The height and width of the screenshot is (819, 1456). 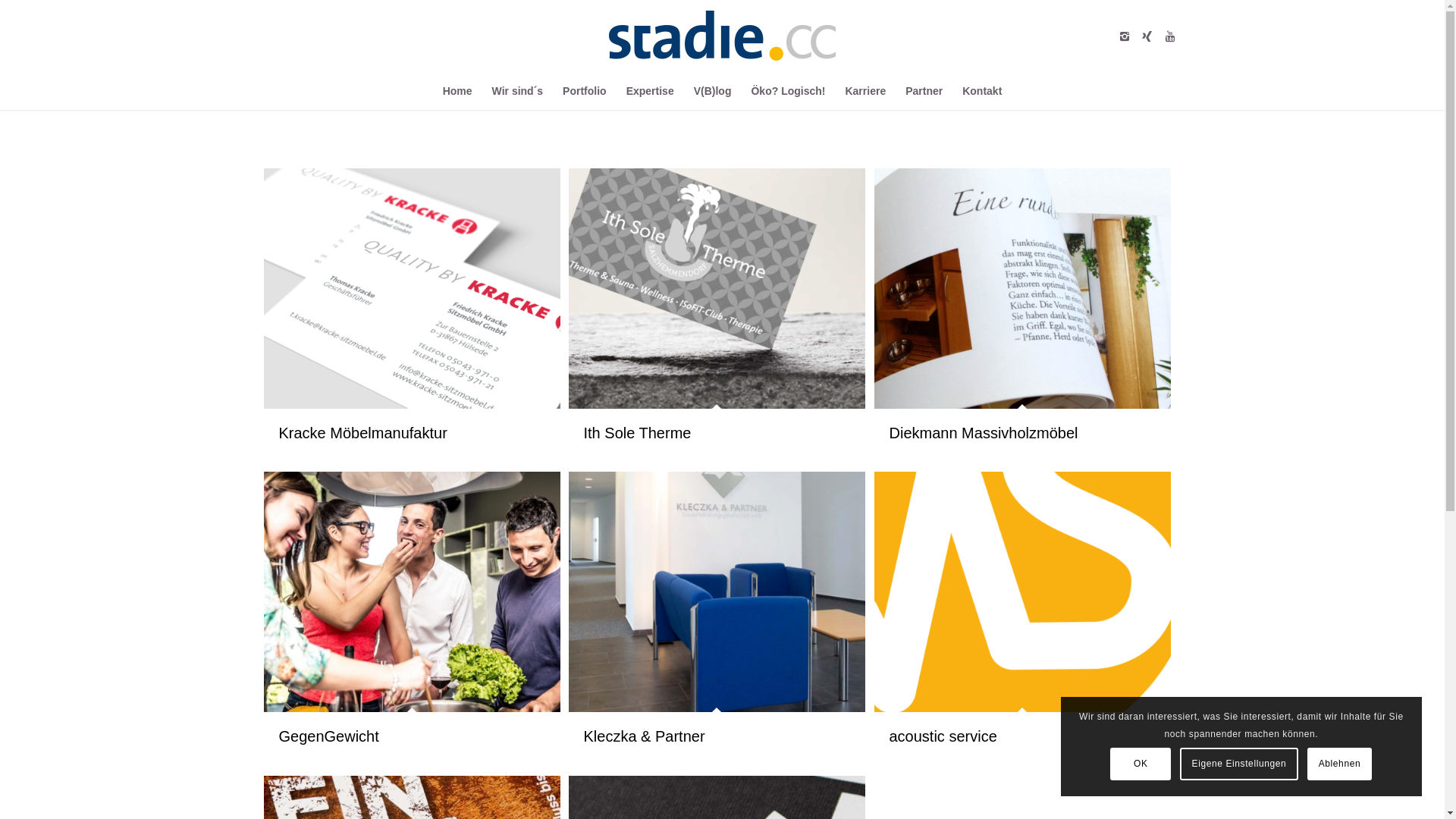 I want to click on 'Kontakt', so click(x=952, y=90).